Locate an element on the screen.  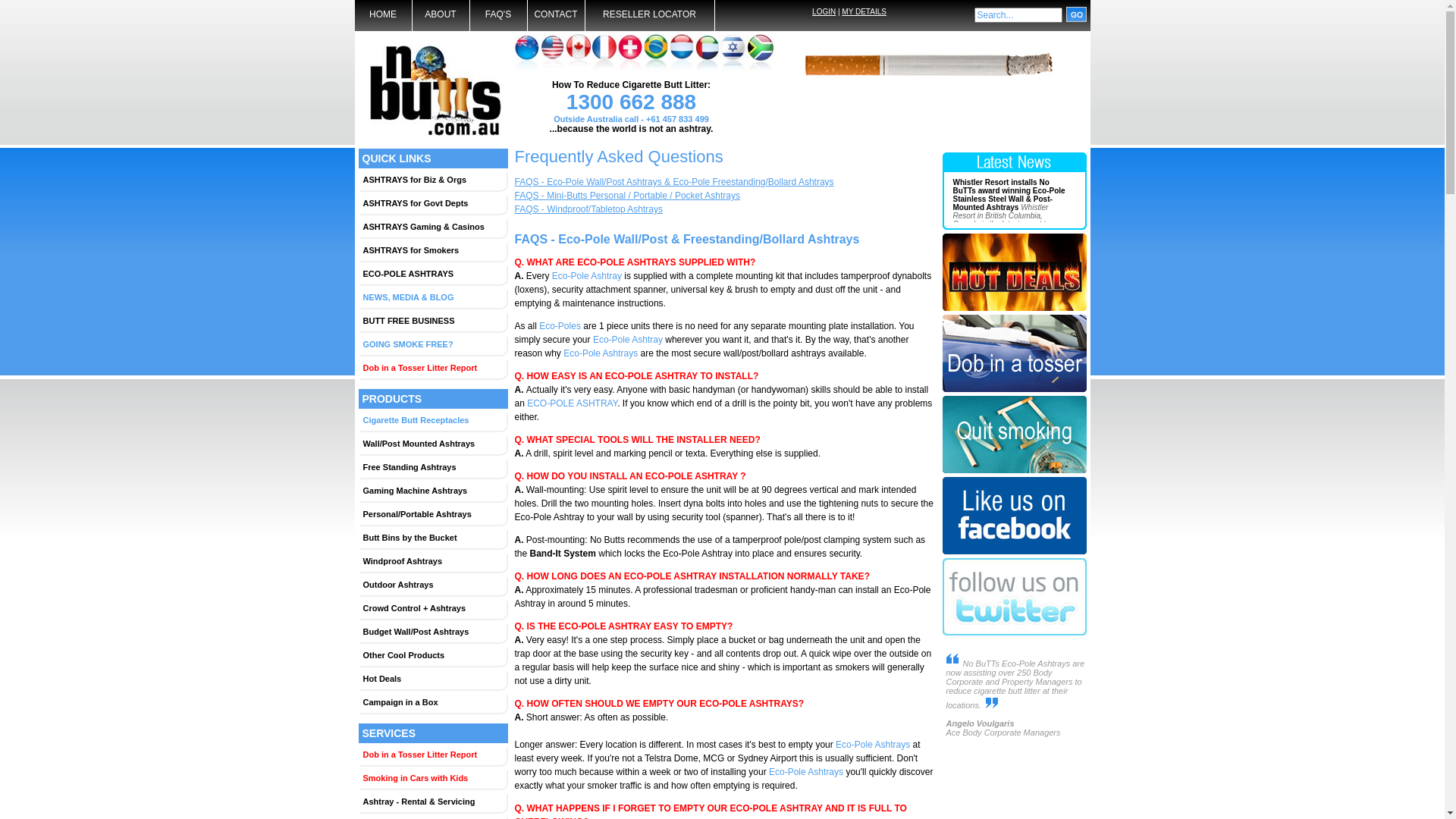
'Cigarette Butt Receptacles' is located at coordinates (432, 420).